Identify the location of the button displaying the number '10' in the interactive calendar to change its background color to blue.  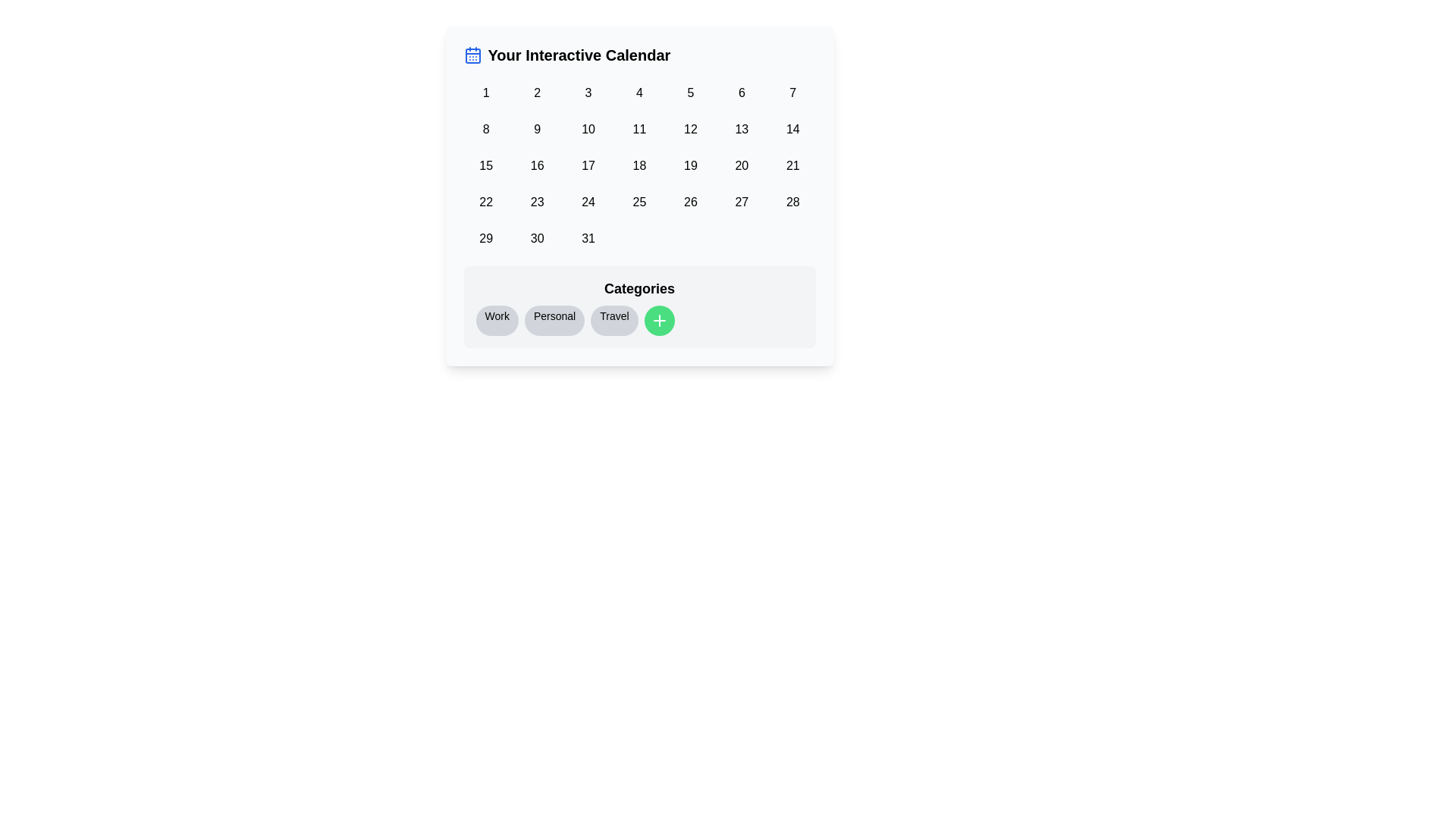
(588, 128).